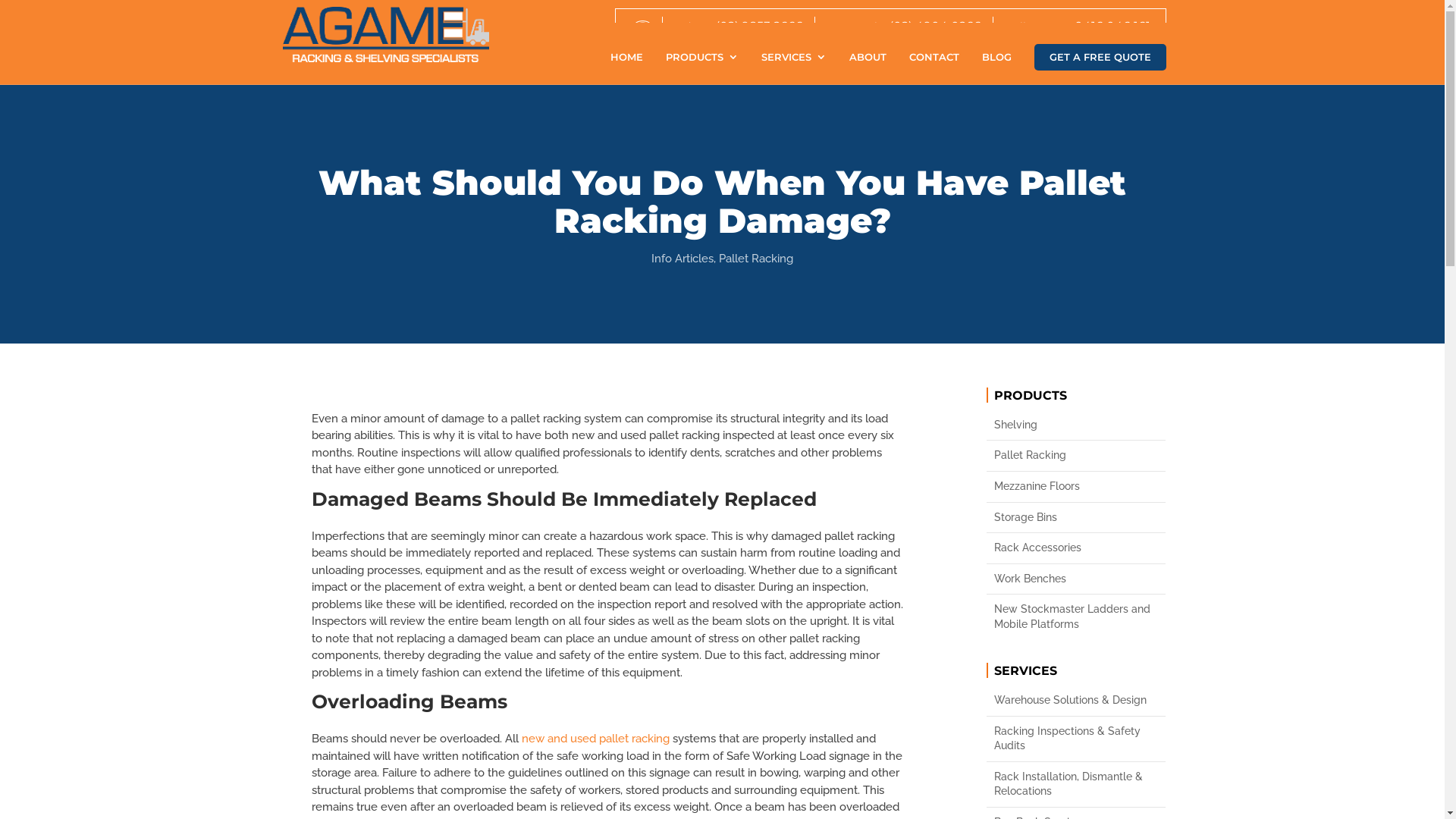  I want to click on 'Info Articles', so click(682, 257).